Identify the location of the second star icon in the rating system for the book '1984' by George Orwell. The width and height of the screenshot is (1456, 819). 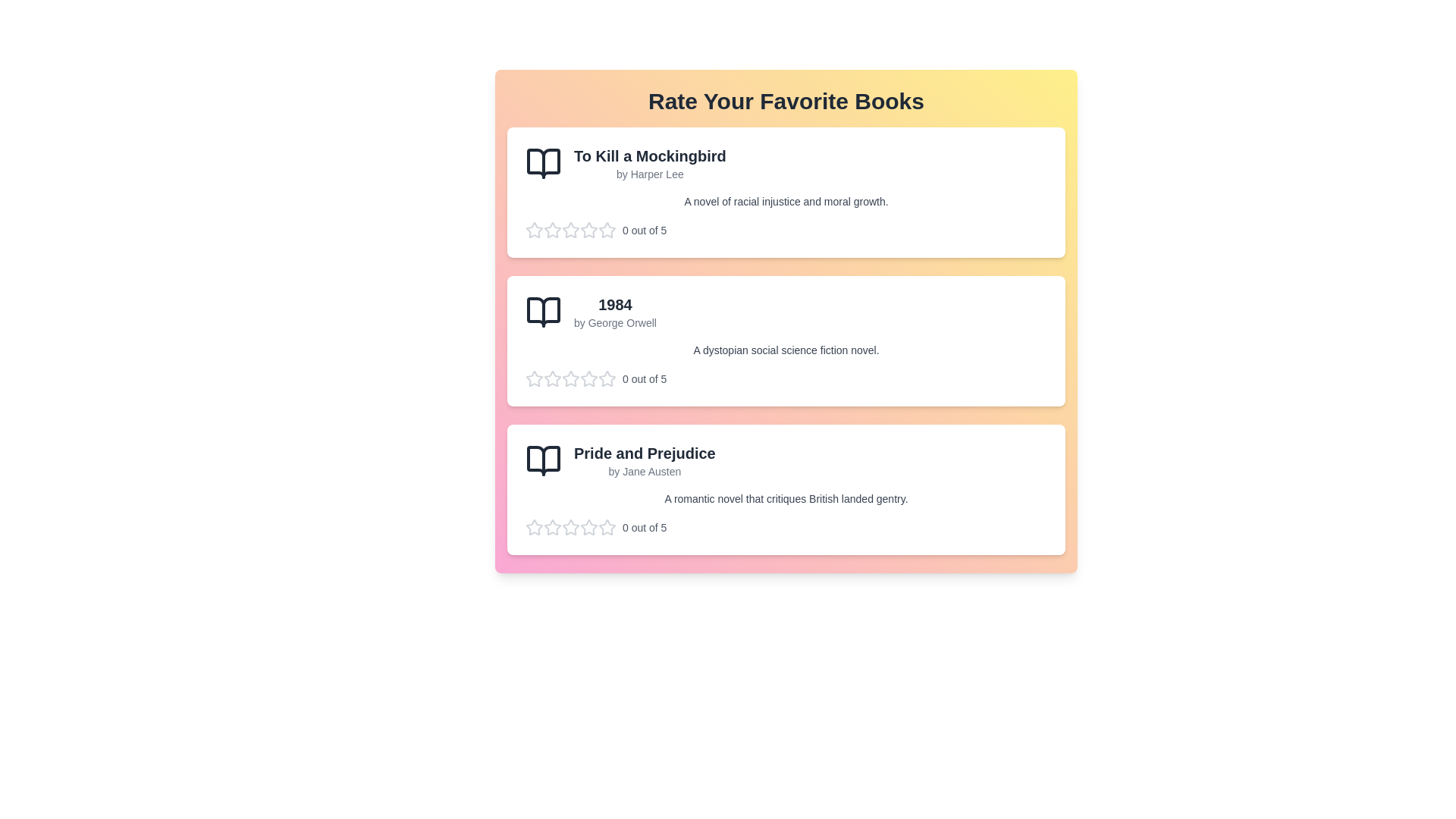
(588, 378).